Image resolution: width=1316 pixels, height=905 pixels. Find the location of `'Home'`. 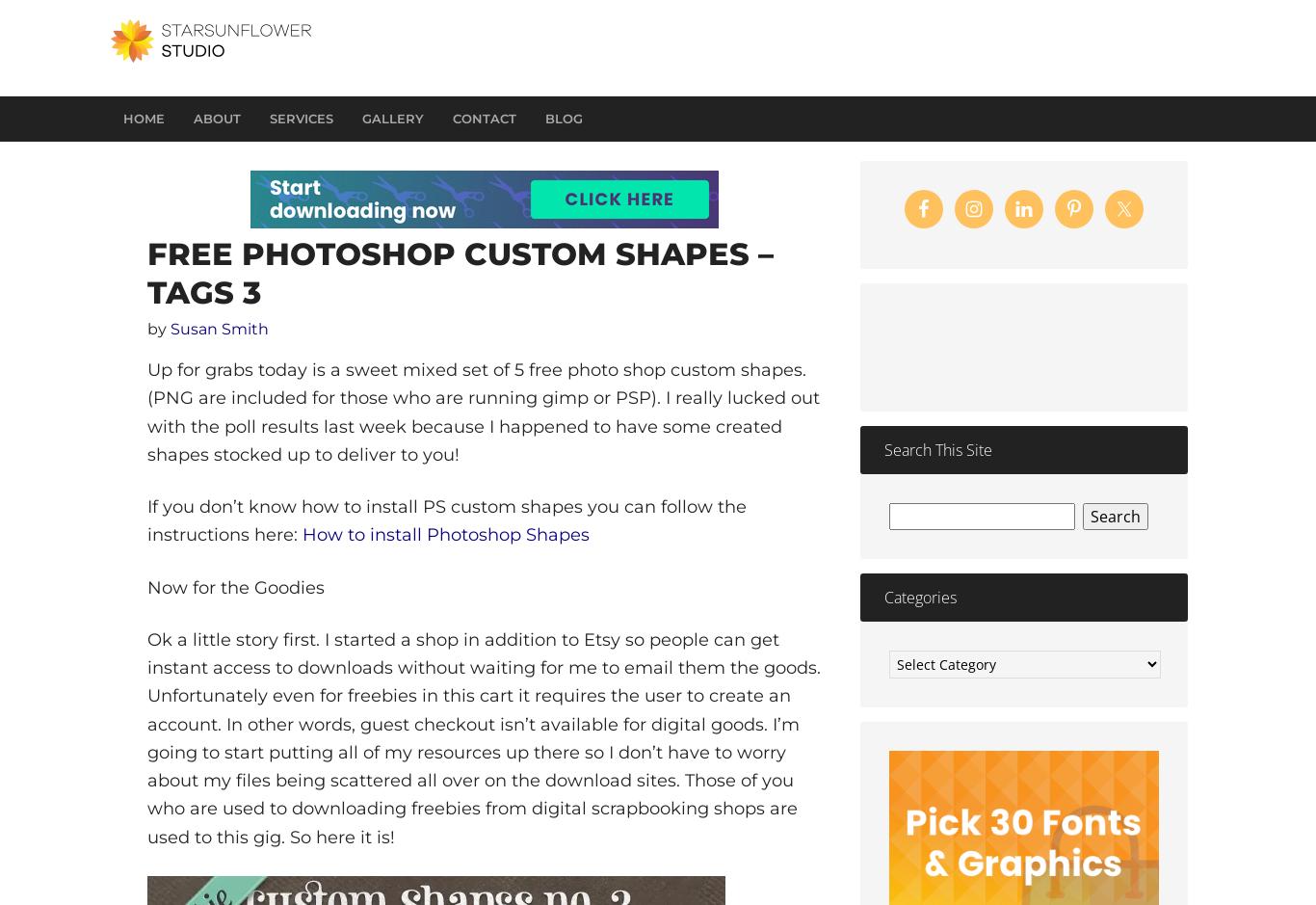

'Home' is located at coordinates (143, 118).